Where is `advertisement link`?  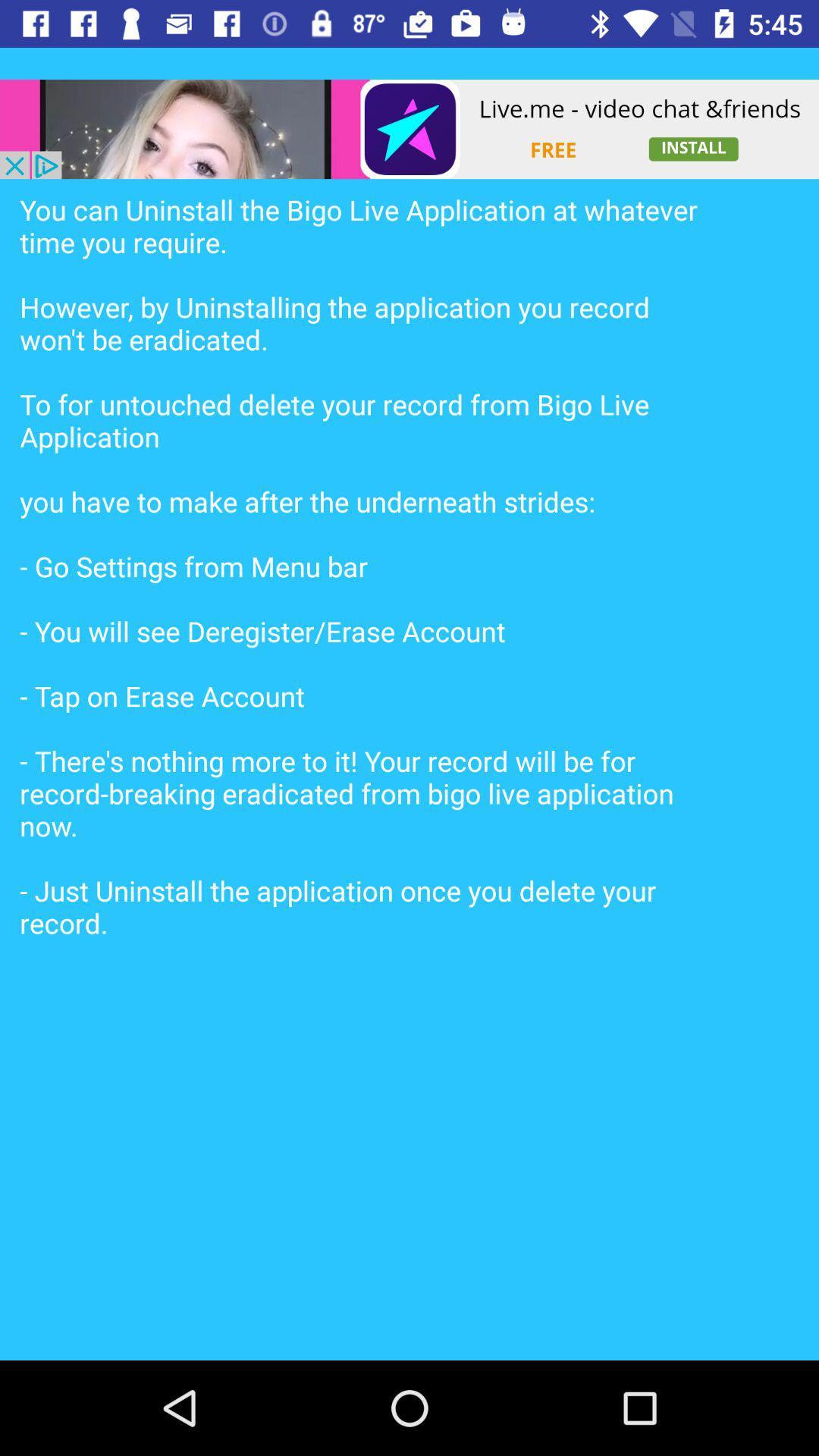
advertisement link is located at coordinates (409, 129).